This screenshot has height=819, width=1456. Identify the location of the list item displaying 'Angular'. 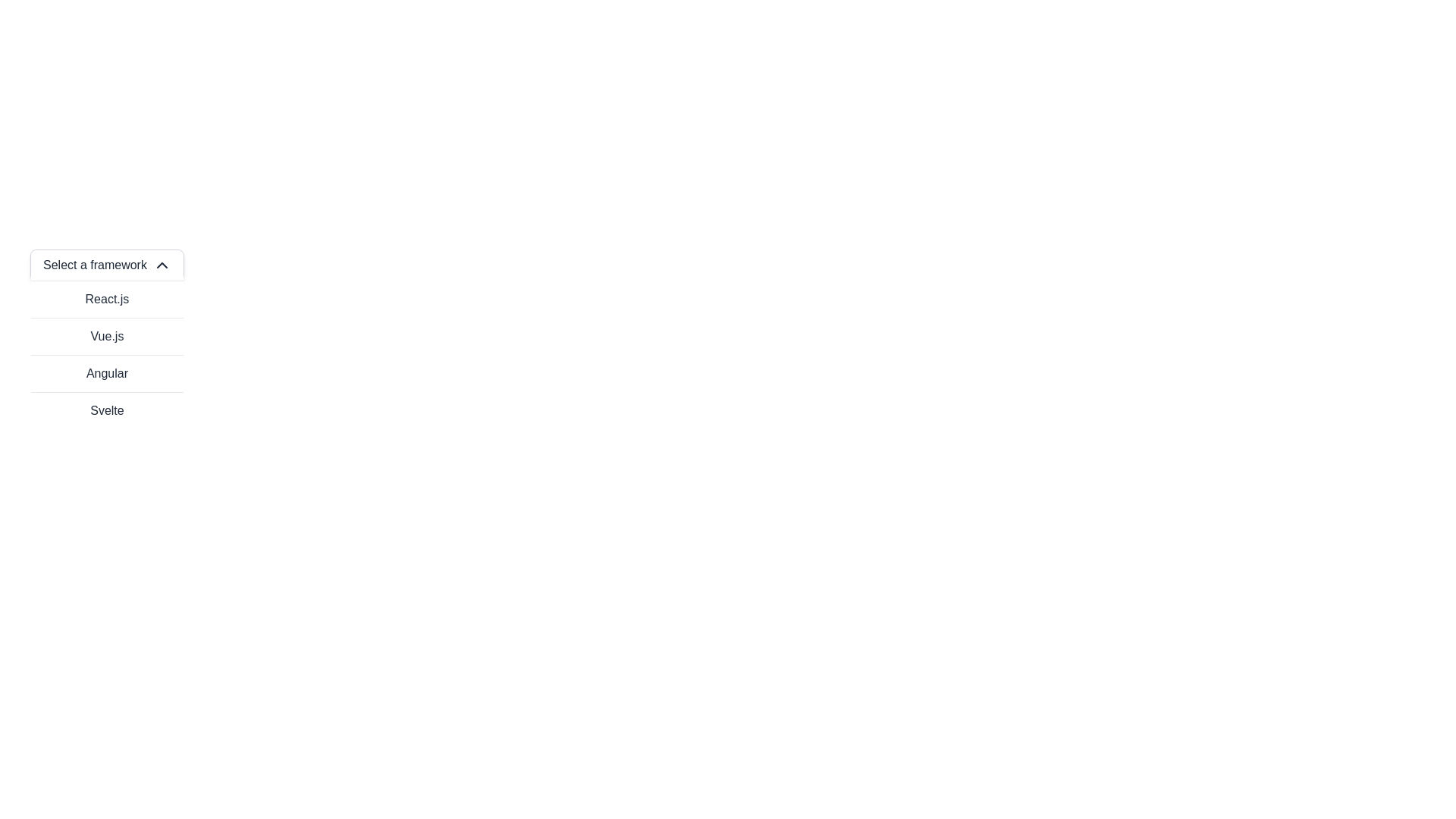
(106, 373).